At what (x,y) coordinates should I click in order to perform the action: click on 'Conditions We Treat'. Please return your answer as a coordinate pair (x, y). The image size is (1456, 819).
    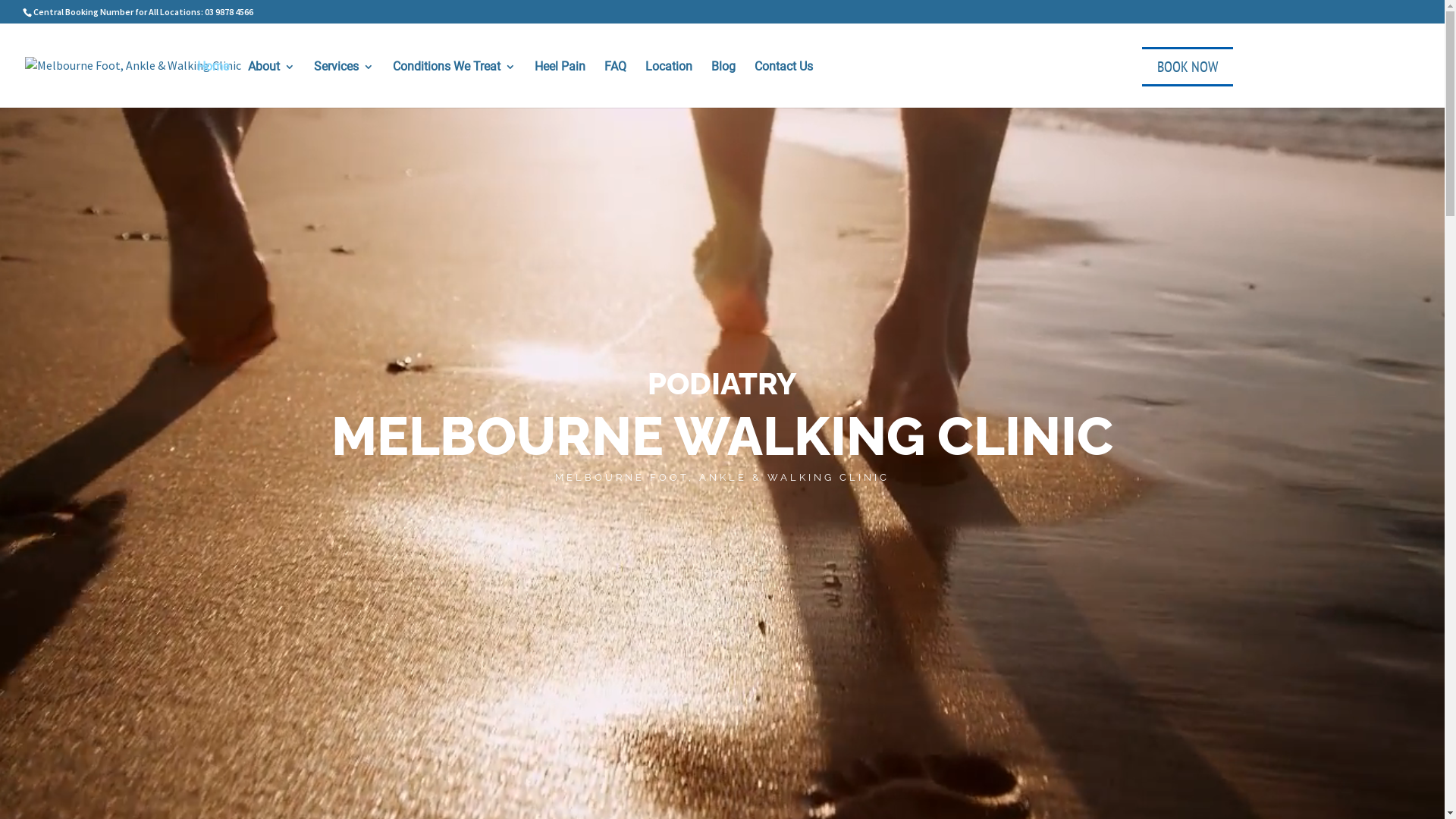
    Looking at the image, I should click on (453, 82).